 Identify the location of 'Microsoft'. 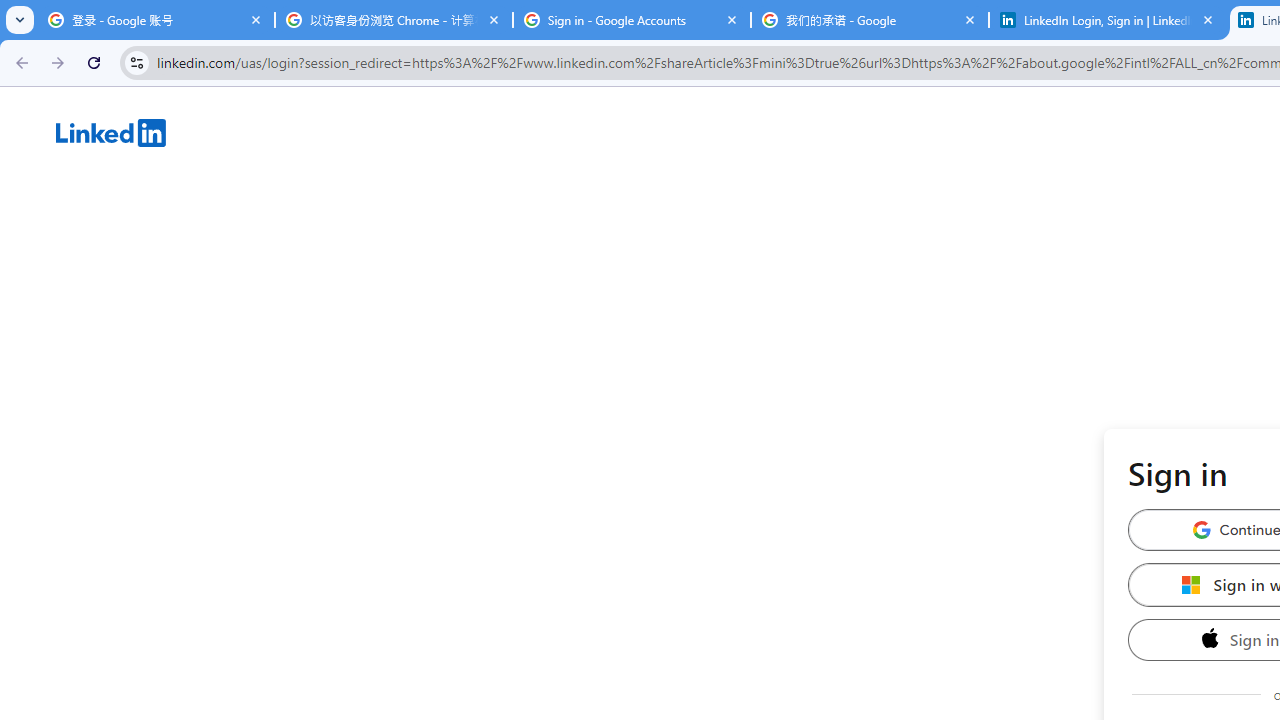
(1191, 584).